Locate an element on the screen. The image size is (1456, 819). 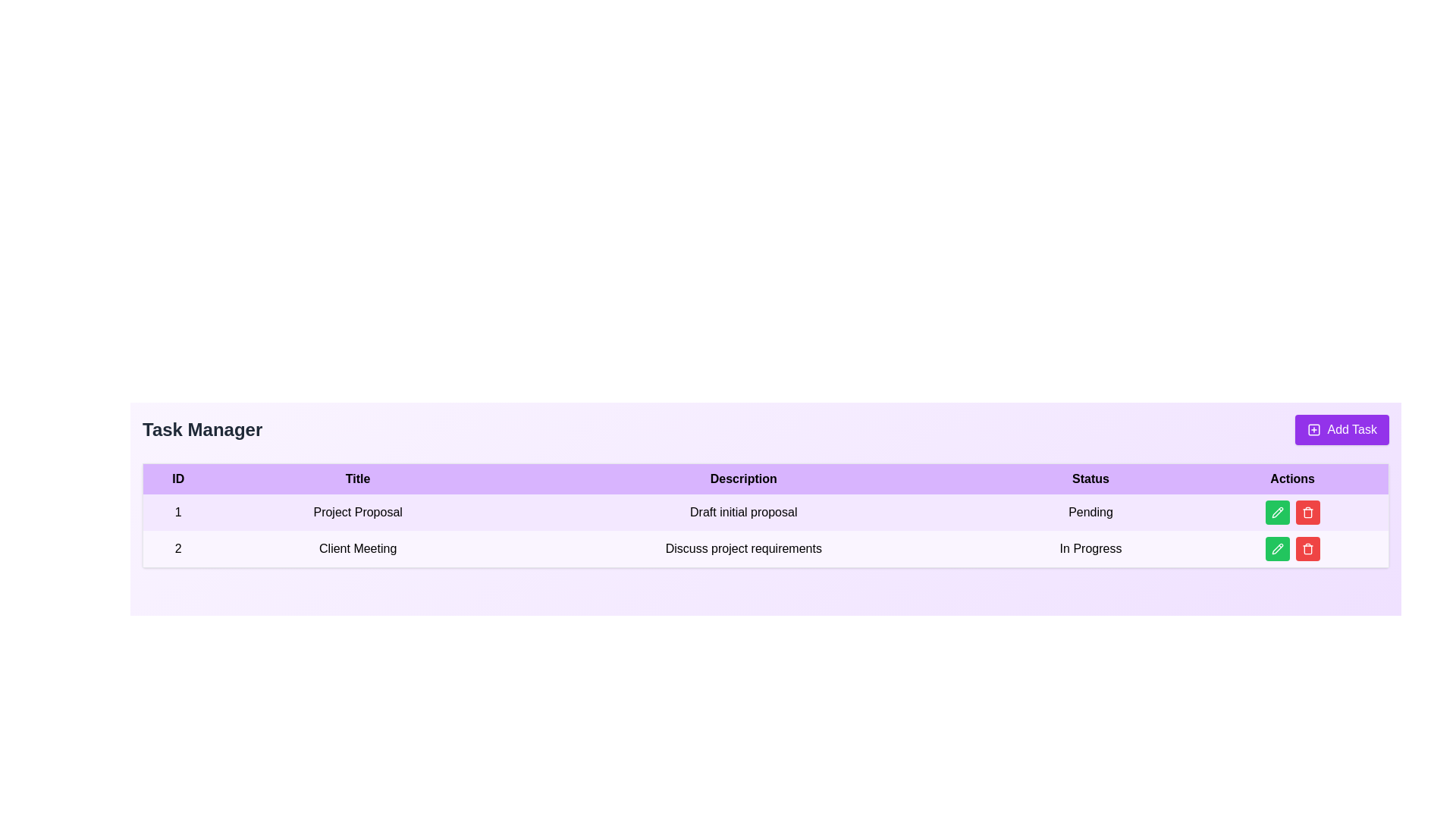
the title text element in the second row of the table under the 'Title' column, which identifies the task associated with ID '2' is located at coordinates (357, 549).